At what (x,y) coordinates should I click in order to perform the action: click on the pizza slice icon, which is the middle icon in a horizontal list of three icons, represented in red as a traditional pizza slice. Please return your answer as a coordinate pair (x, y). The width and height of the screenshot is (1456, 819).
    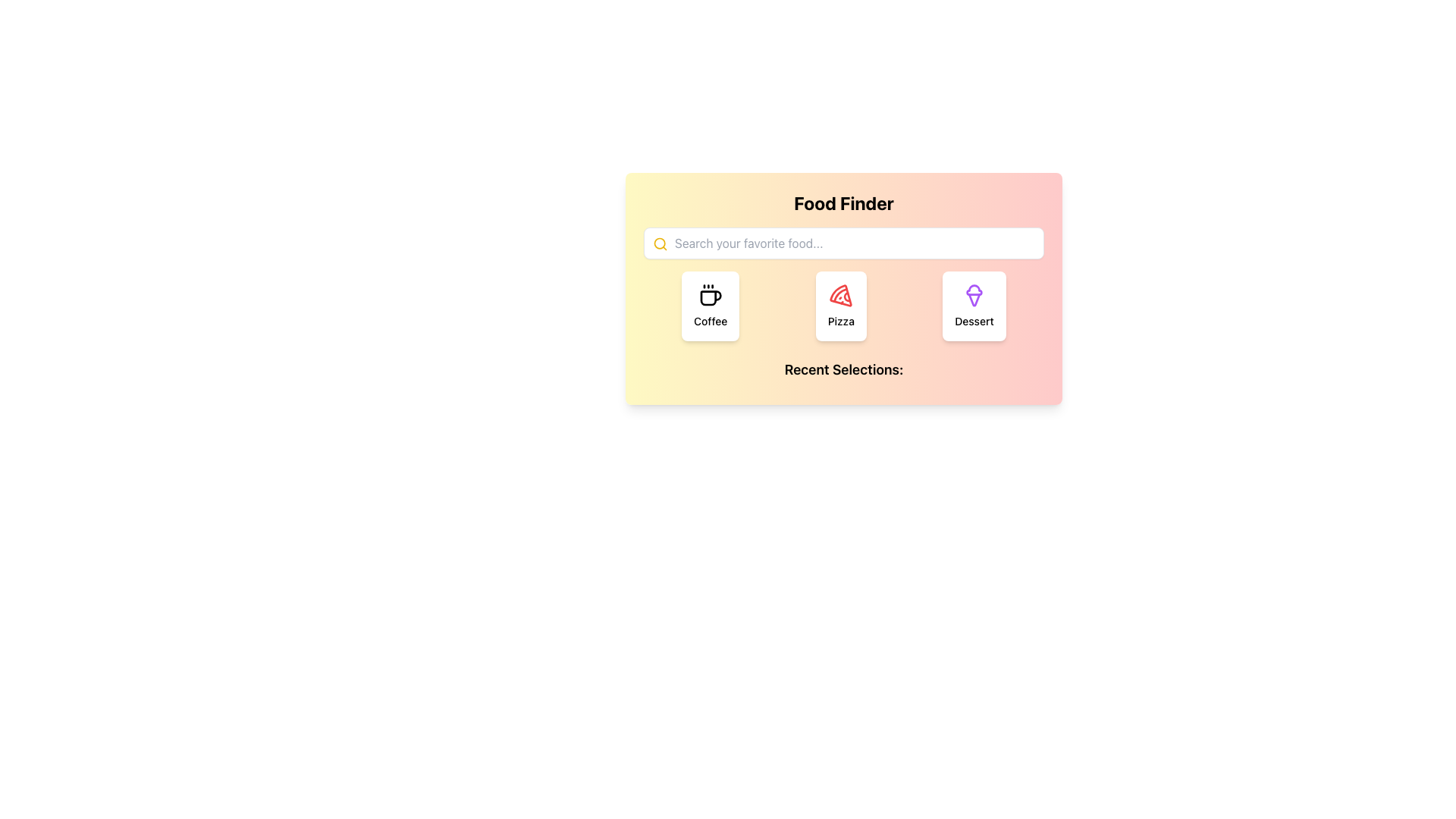
    Looking at the image, I should click on (840, 295).